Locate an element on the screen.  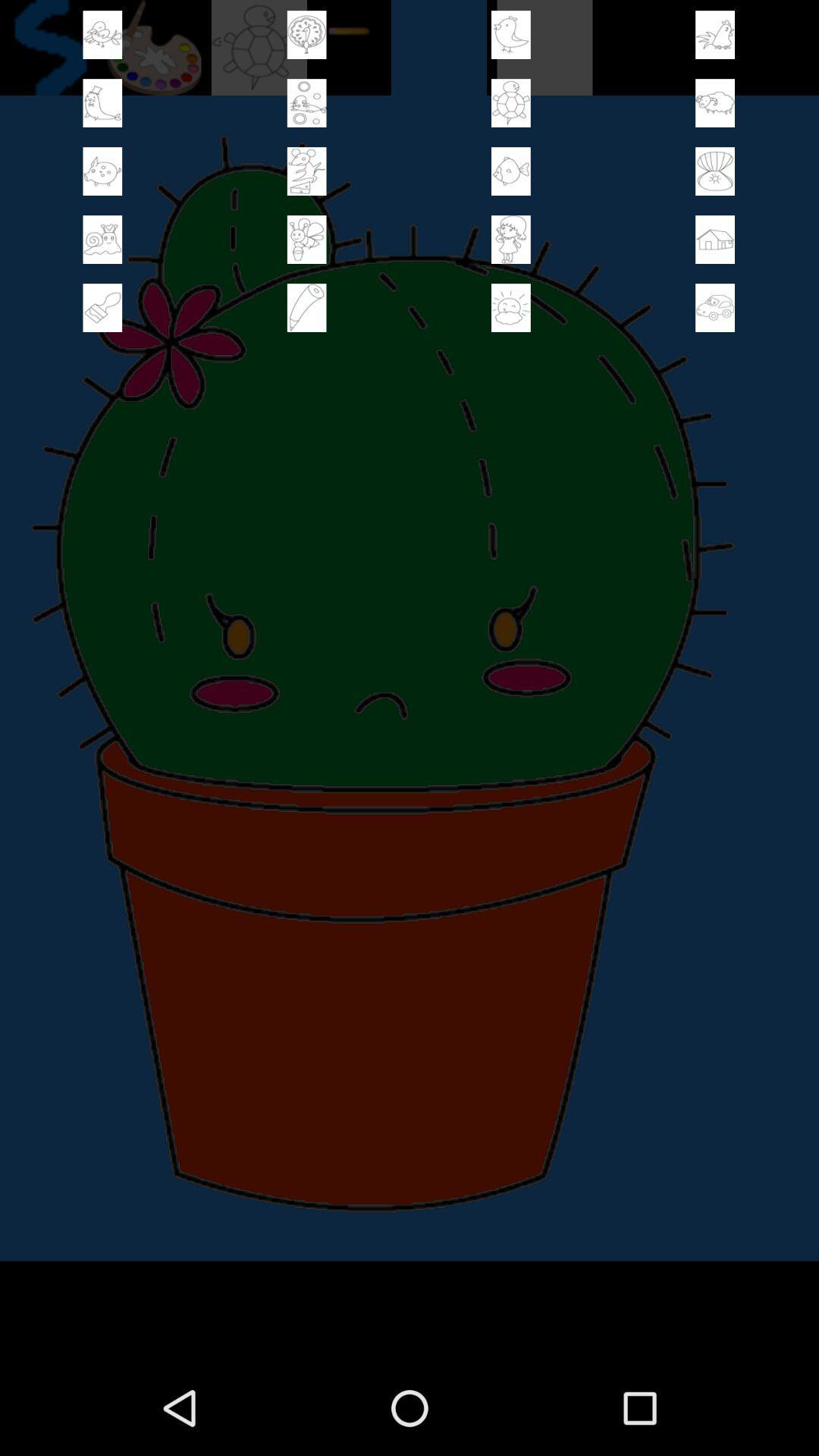
sticker is located at coordinates (510, 239).